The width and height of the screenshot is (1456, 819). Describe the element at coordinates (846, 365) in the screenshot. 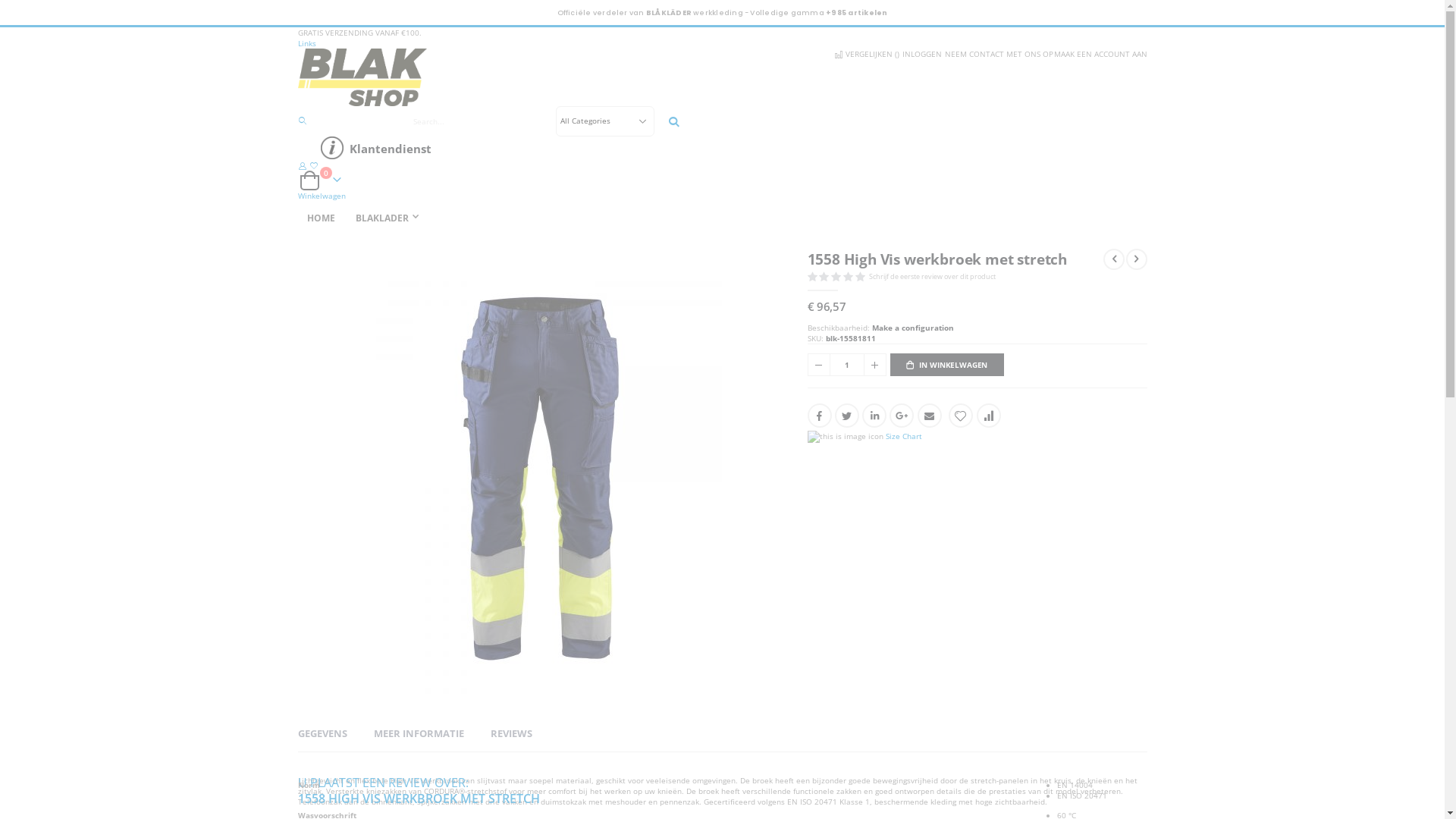

I see `'Aantal'` at that location.